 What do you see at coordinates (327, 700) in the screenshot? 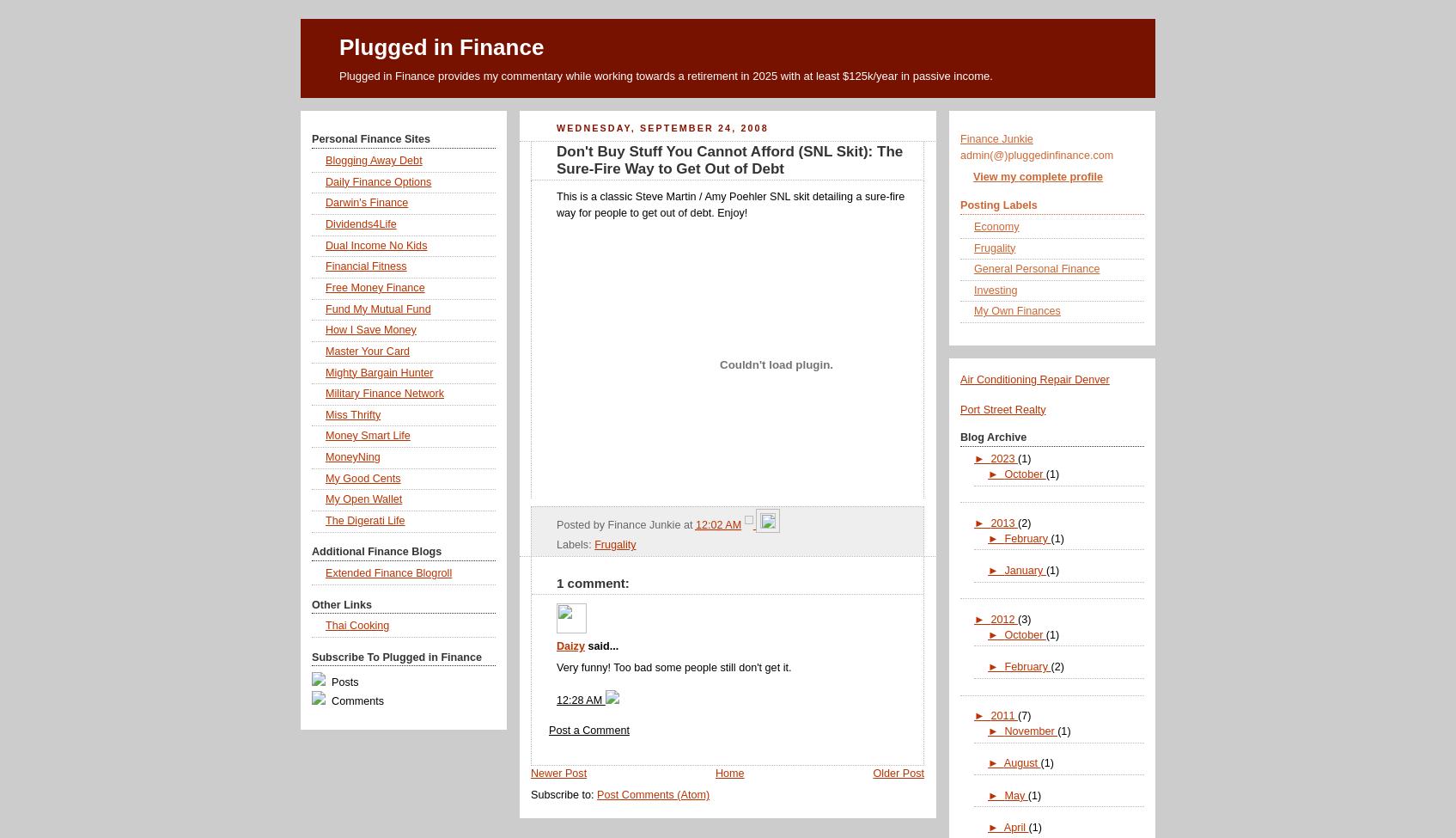
I see `'Comments'` at bounding box center [327, 700].